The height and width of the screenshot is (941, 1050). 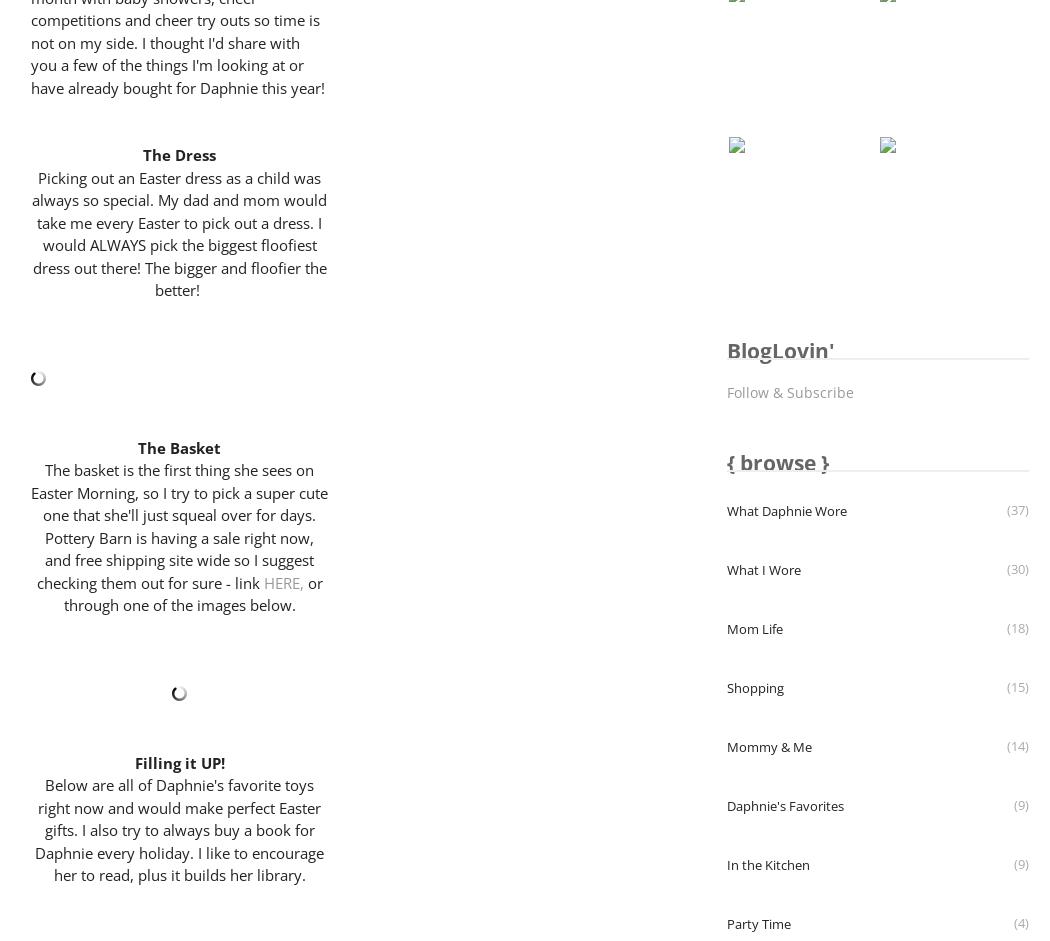 I want to click on '{ browse }', so click(x=777, y=462).